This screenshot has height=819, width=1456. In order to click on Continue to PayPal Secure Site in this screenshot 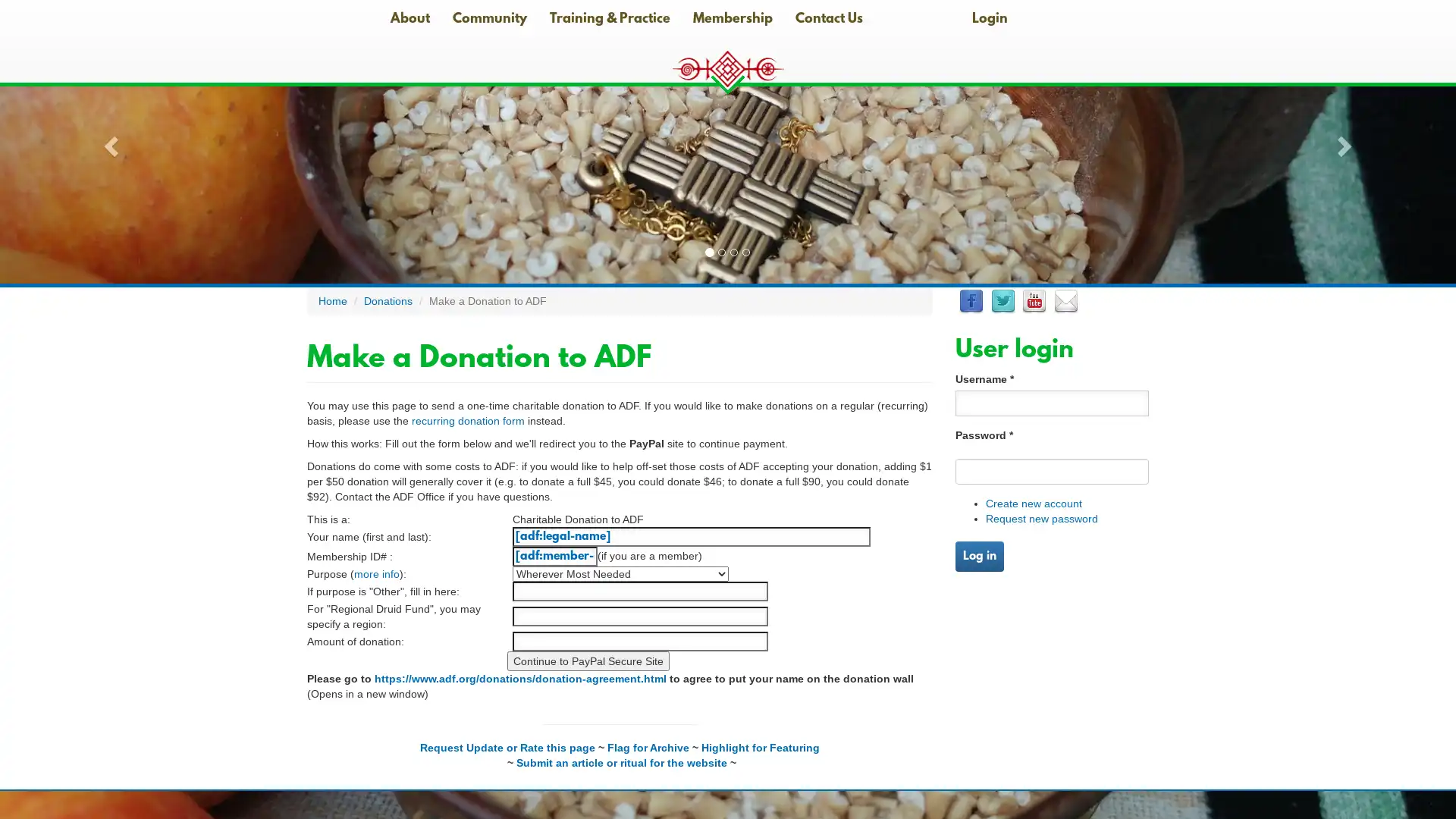, I will do `click(588, 660)`.